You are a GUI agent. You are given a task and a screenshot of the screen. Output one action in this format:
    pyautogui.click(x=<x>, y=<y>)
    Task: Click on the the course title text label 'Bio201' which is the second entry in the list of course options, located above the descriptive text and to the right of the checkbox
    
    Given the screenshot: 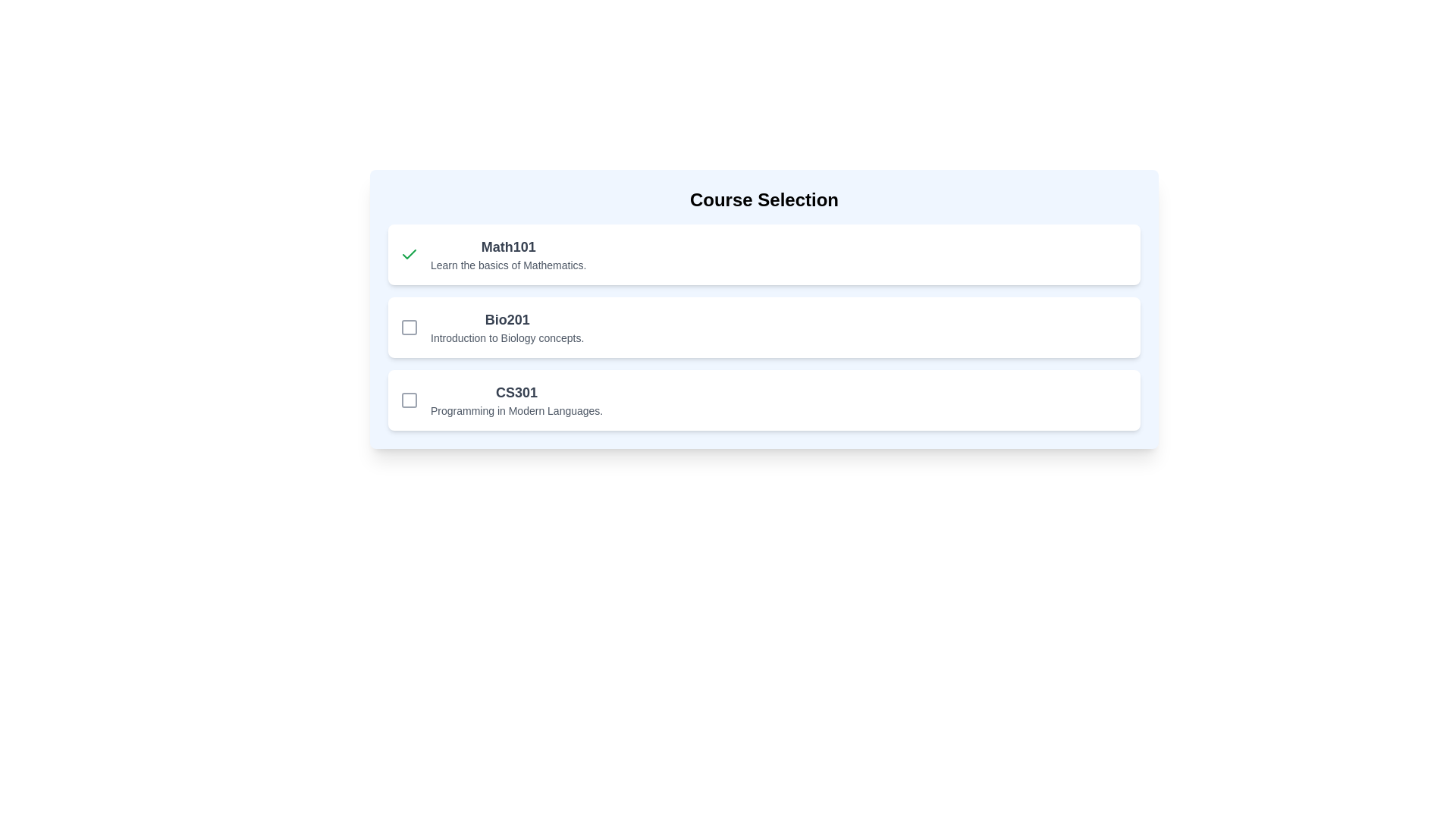 What is the action you would take?
    pyautogui.click(x=507, y=318)
    